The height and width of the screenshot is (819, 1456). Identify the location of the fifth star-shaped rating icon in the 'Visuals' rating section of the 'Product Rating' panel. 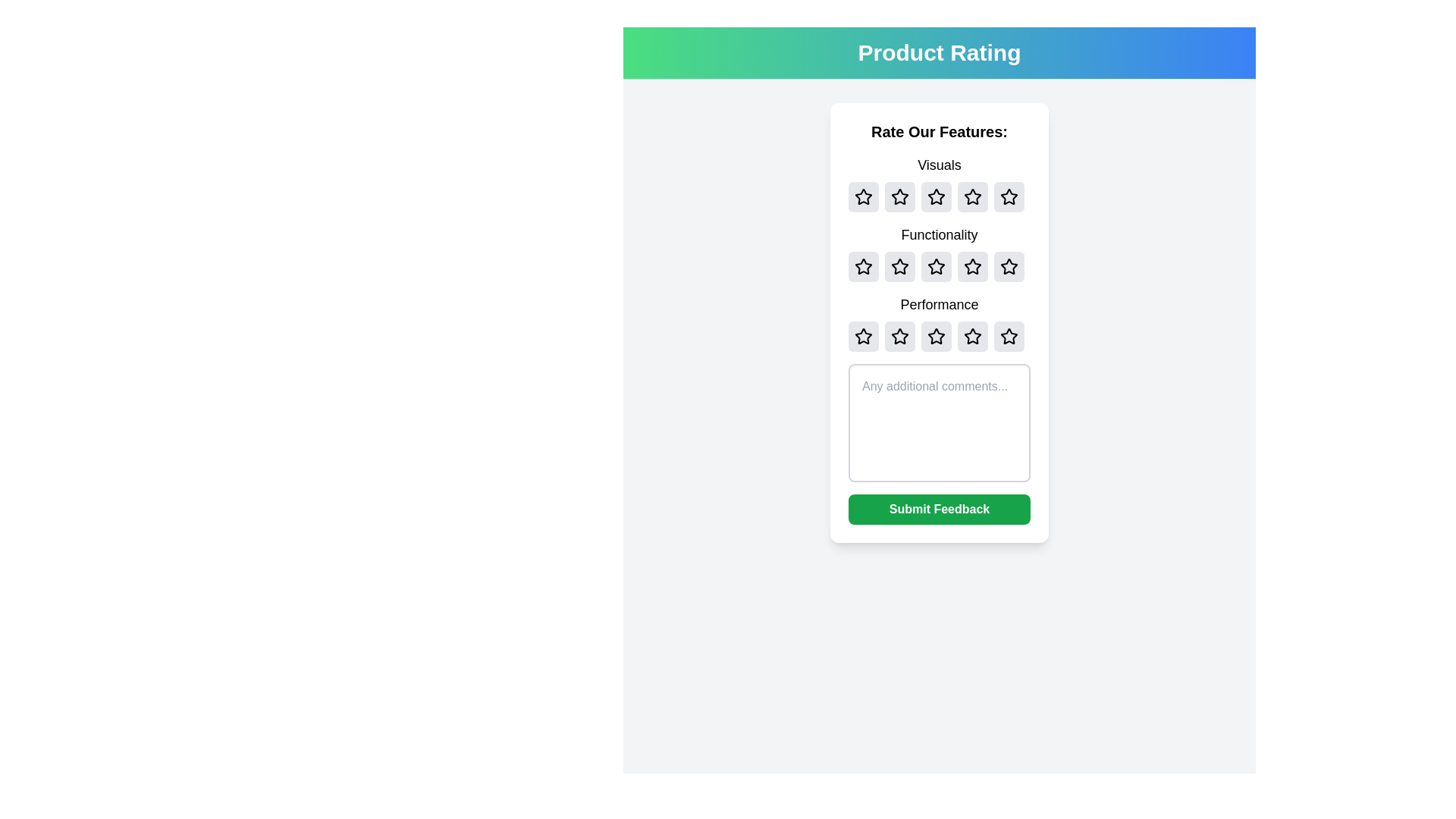
(1008, 195).